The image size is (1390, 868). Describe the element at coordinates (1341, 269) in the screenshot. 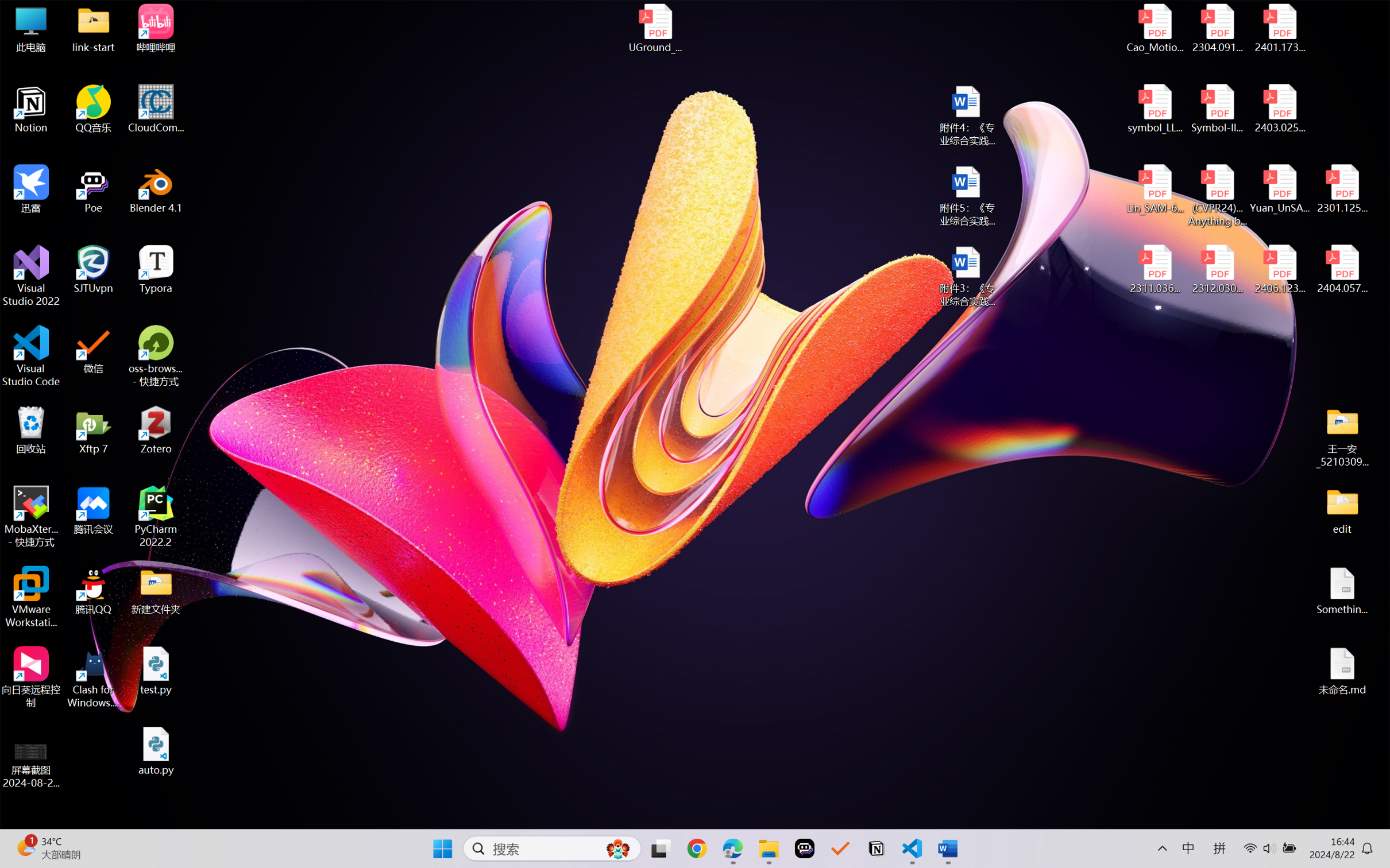

I see `'2404.05719v1.pdf'` at that location.